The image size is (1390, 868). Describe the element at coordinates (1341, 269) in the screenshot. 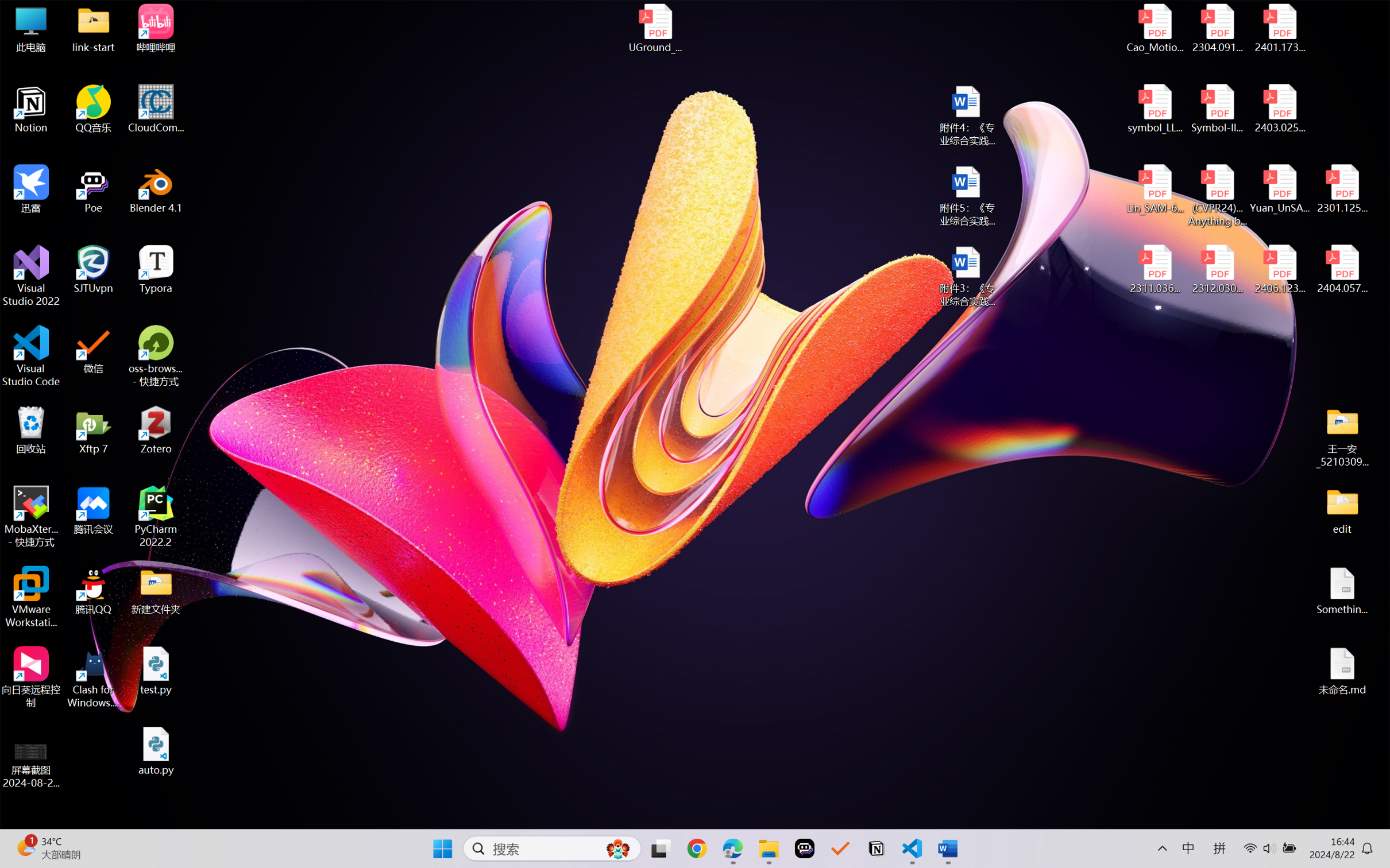

I see `'2404.05719v1.pdf'` at that location.